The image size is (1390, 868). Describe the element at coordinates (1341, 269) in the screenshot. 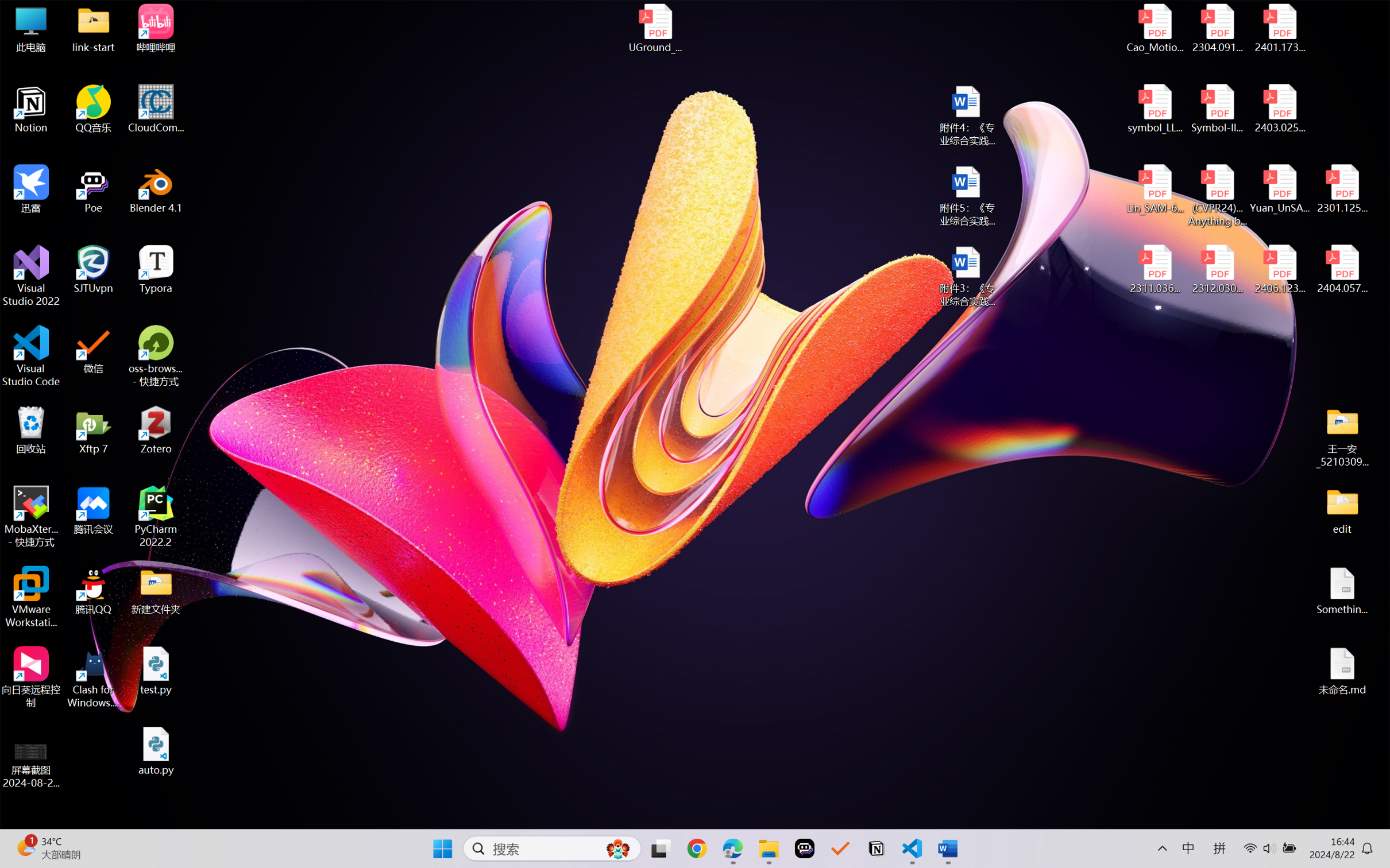

I see `'2404.05719v1.pdf'` at that location.